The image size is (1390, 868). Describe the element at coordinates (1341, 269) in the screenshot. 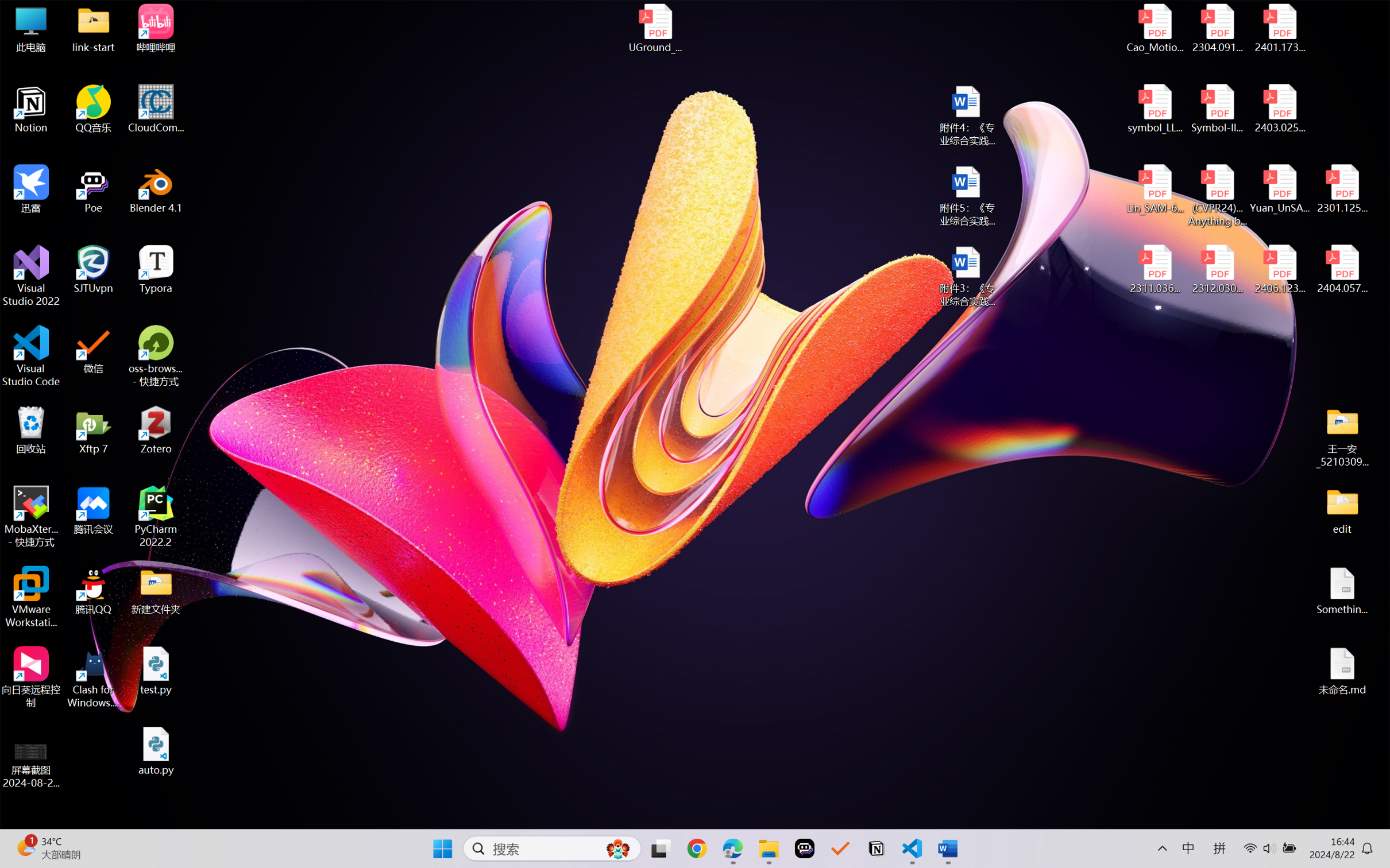

I see `'2404.05719v1.pdf'` at that location.